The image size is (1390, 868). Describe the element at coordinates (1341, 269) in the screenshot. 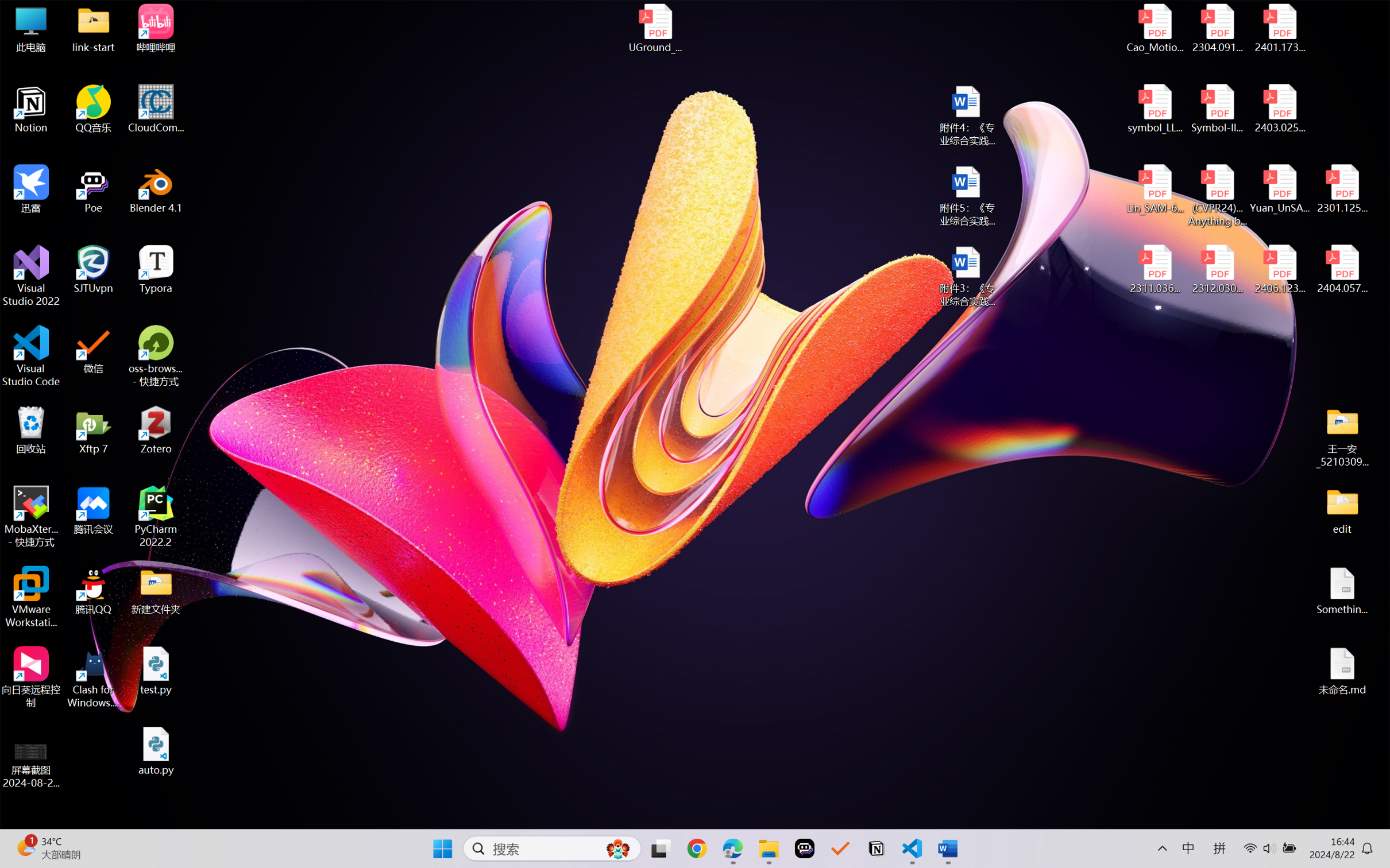

I see `'2404.05719v1.pdf'` at that location.